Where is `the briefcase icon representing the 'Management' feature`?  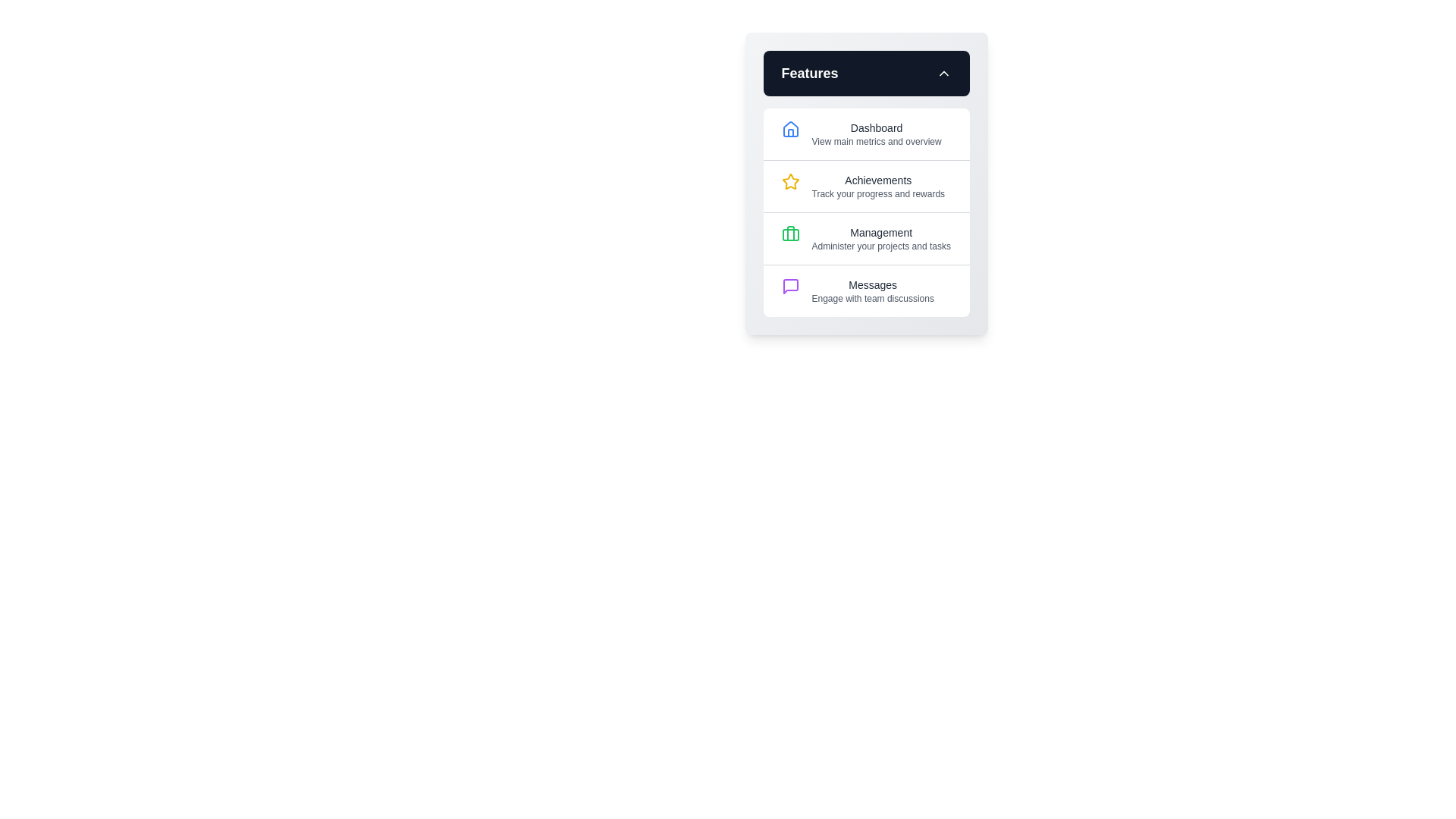
the briefcase icon representing the 'Management' feature is located at coordinates (789, 234).